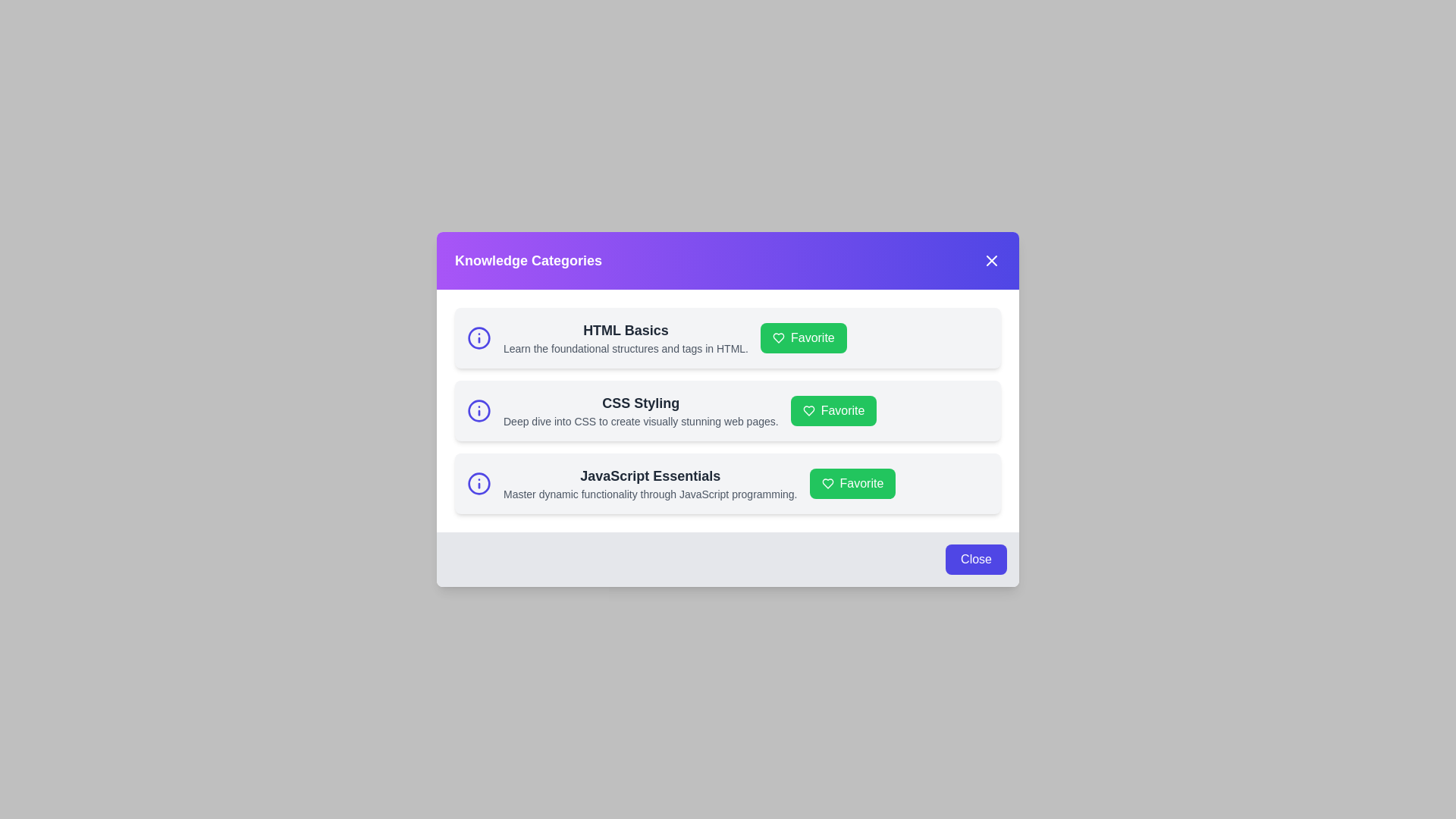 This screenshot has width=1456, height=819. Describe the element at coordinates (808, 411) in the screenshot. I see `the center of the heart icon representing the 'favorite' action, which is located on the left side of the 'Favorite' button in the second row of the list of items` at that location.